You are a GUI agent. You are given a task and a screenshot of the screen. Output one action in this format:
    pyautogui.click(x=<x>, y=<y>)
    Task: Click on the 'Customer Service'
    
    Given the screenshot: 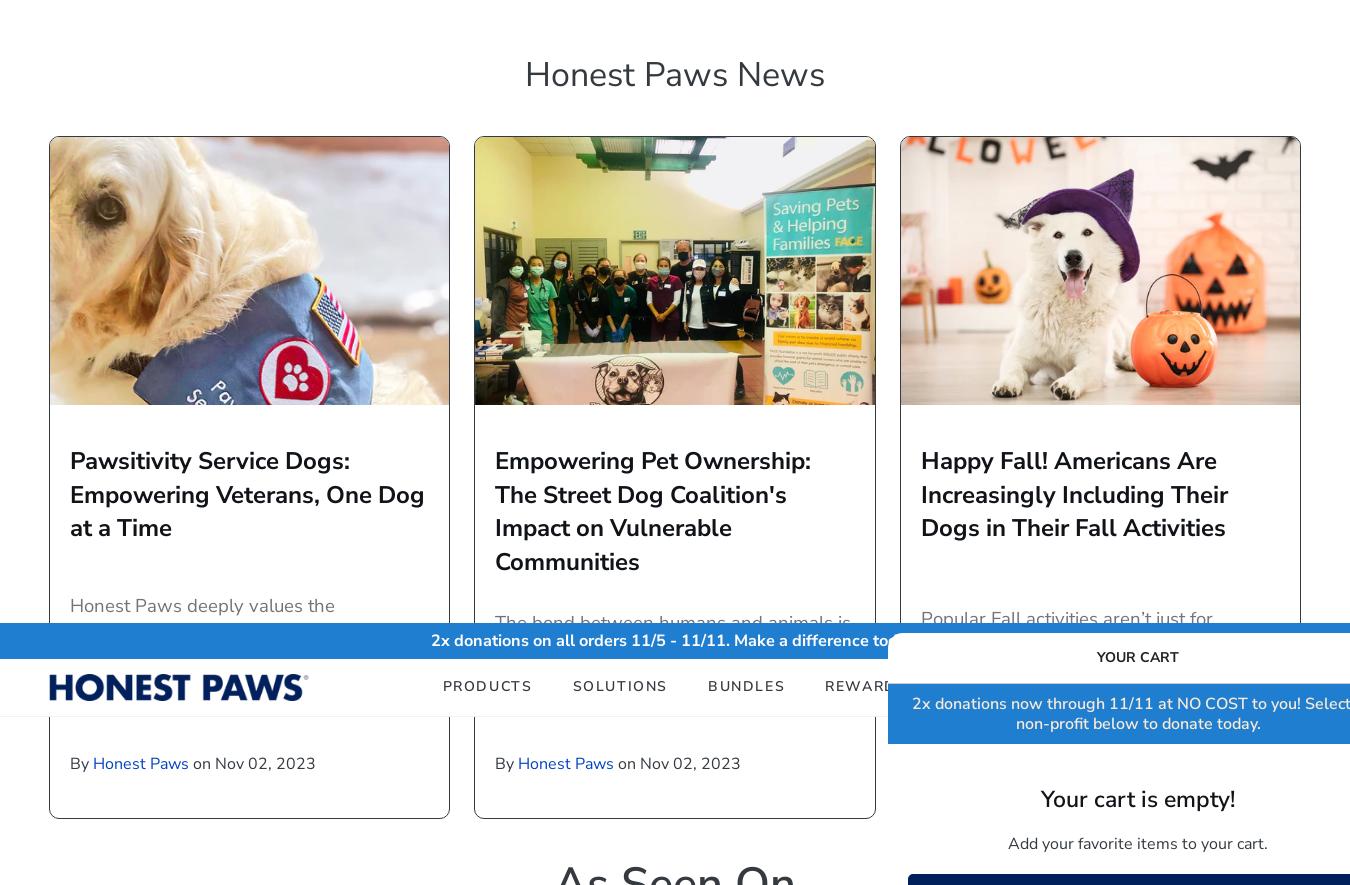 What is the action you would take?
    pyautogui.click(x=577, y=648)
    